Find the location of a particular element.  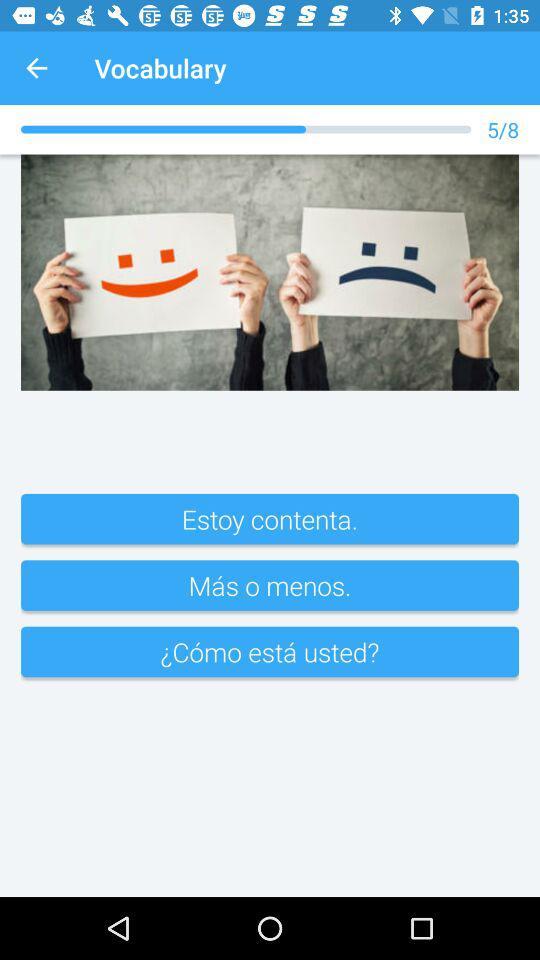

the icon next to vocabulary is located at coordinates (36, 68).